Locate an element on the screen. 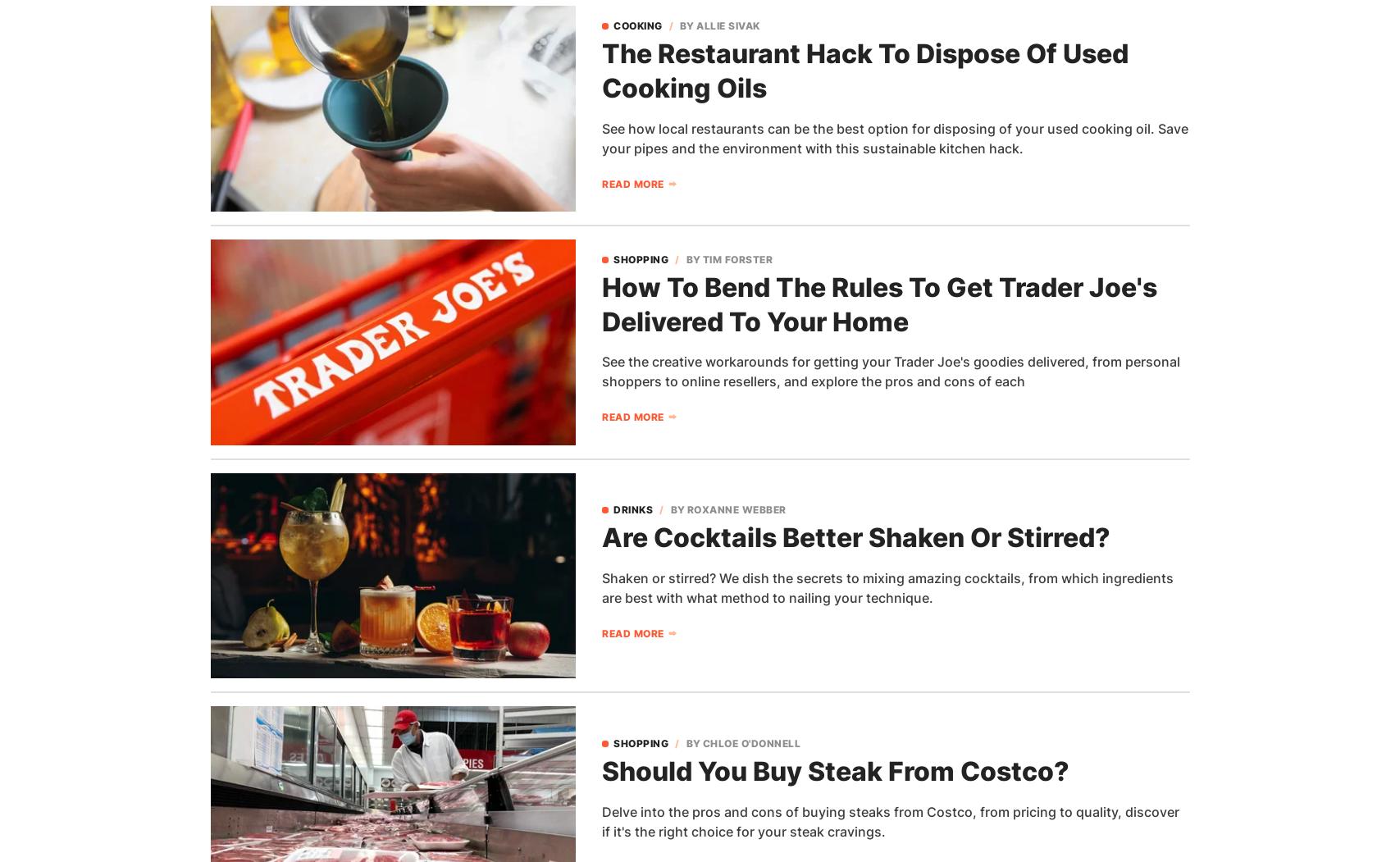  'Are Cocktails Better Shaken Or Stirred?' is located at coordinates (855, 537).